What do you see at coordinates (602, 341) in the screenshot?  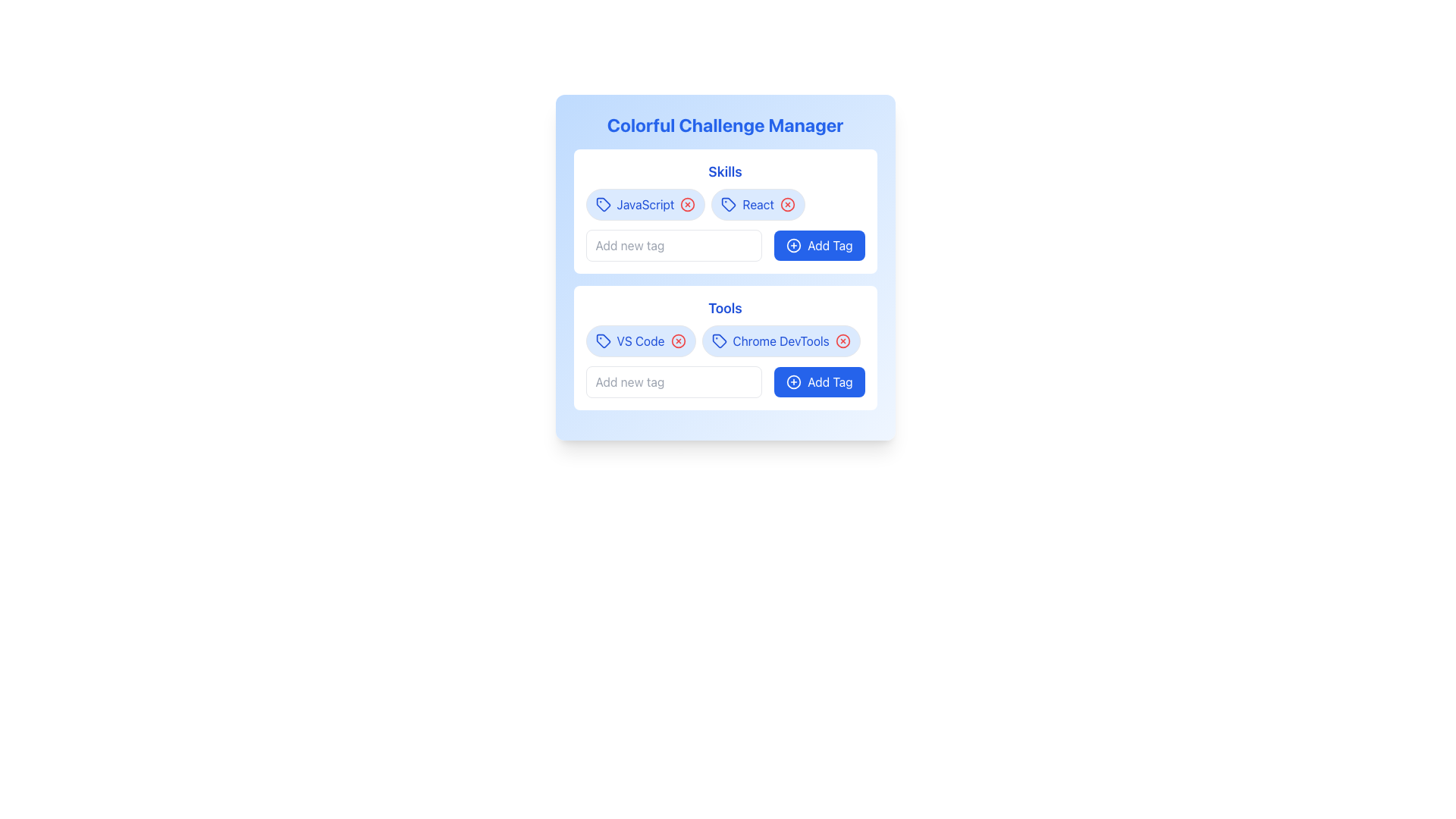 I see `the Graphical Tag Icon representing the 'VS Code' tag, which is the first icon on the left within the 'Tools' section` at bounding box center [602, 341].